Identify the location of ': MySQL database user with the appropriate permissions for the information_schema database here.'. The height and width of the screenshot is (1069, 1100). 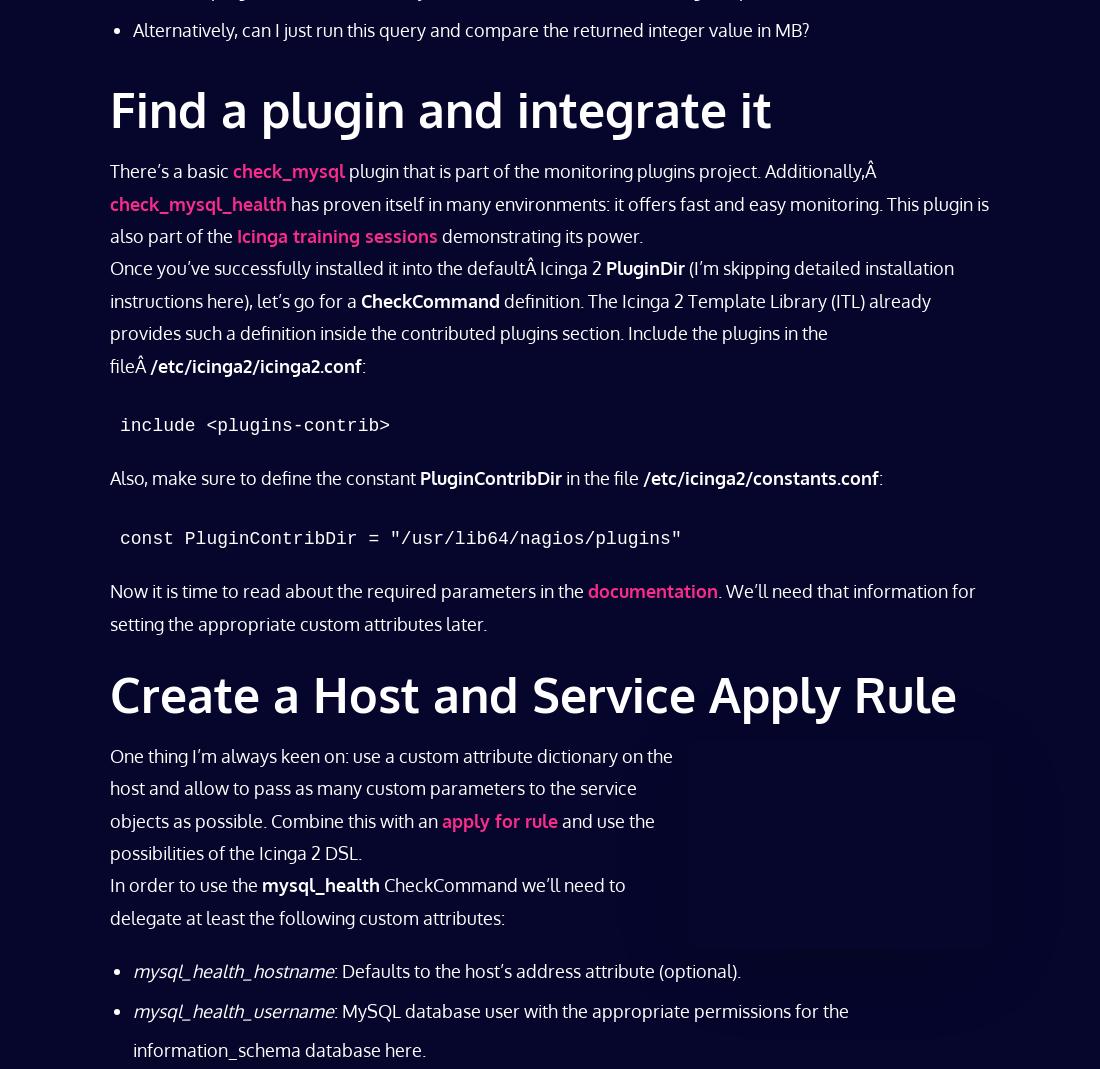
(132, 1029).